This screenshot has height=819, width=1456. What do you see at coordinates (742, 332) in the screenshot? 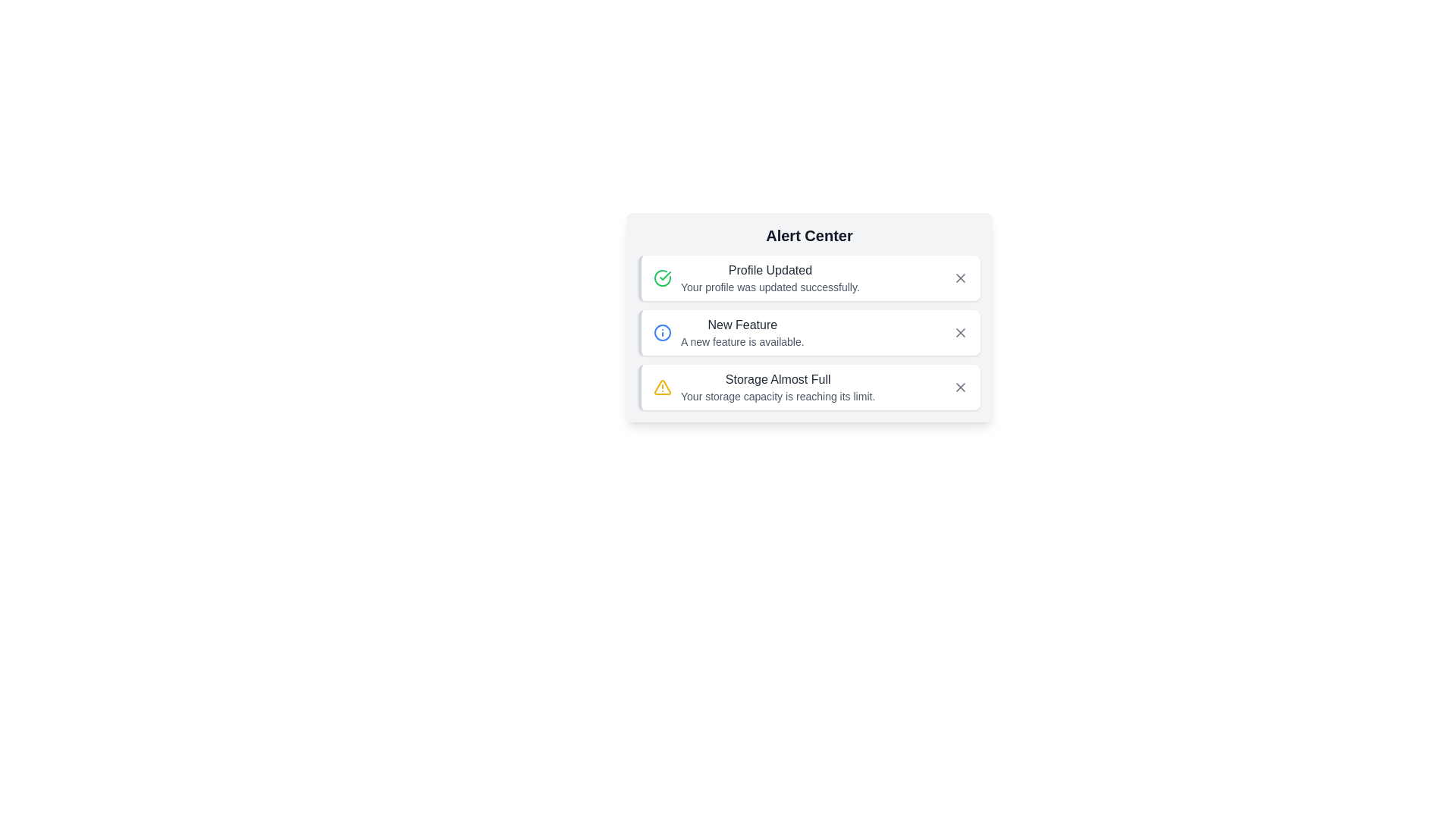
I see `the informational text block titled 'New Feature', which includes the description 'A new feature is available.' This is the second notification entry in the list, centrally positioned in the layout` at bounding box center [742, 332].